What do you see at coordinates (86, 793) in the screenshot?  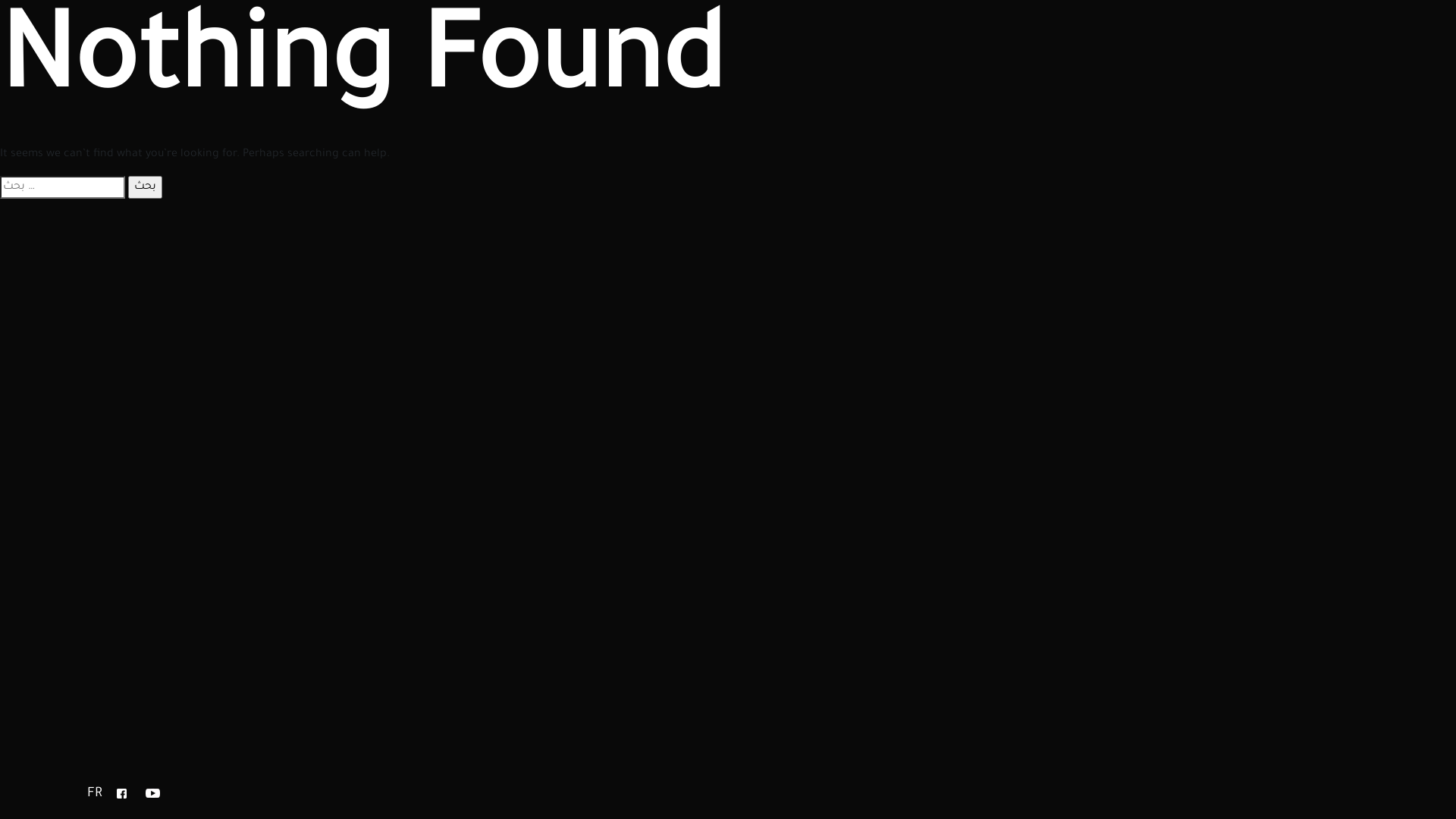 I see `'FR'` at bounding box center [86, 793].